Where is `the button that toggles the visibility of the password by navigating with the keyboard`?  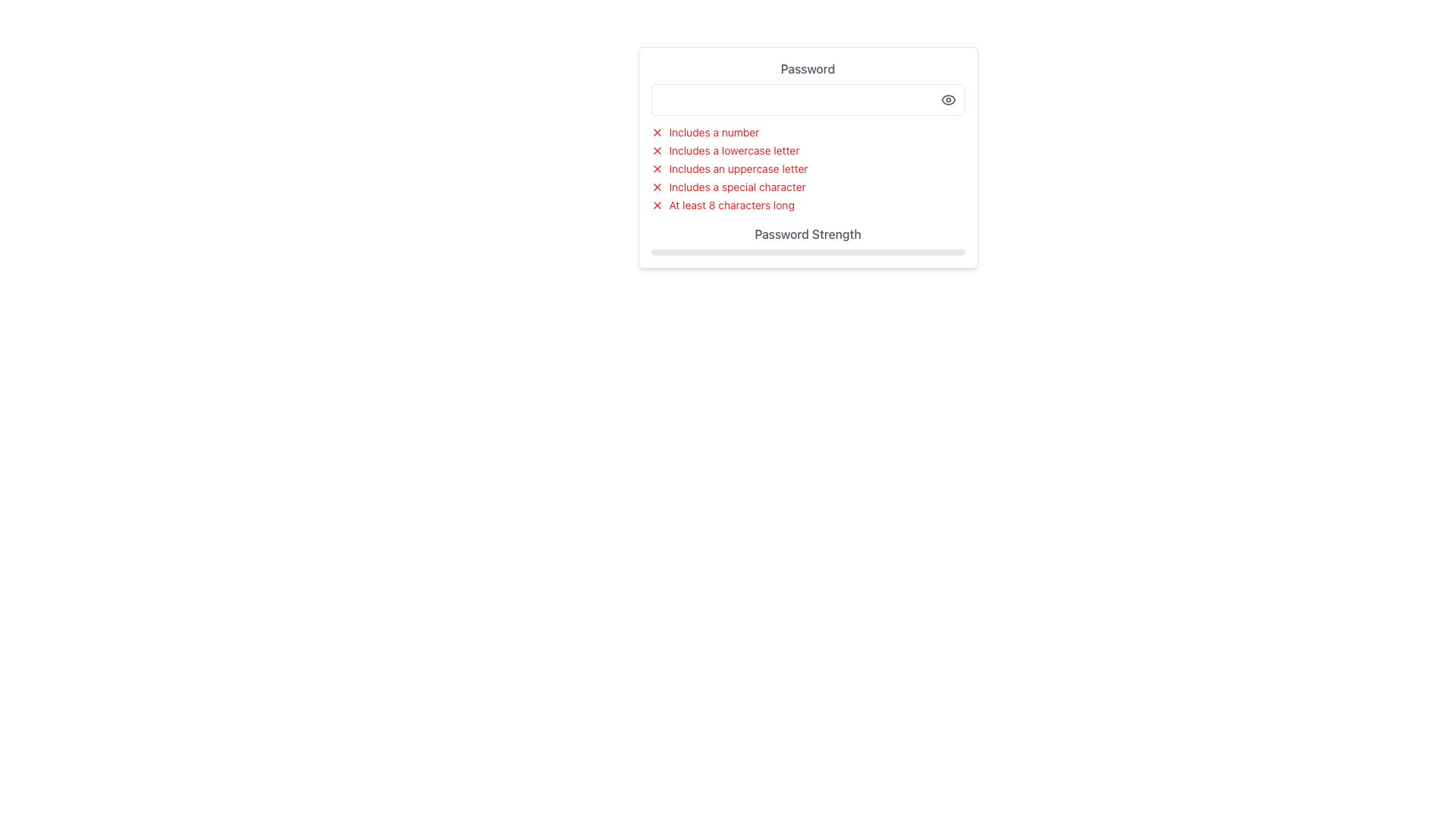 the button that toggles the visibility of the password by navigating with the keyboard is located at coordinates (947, 99).